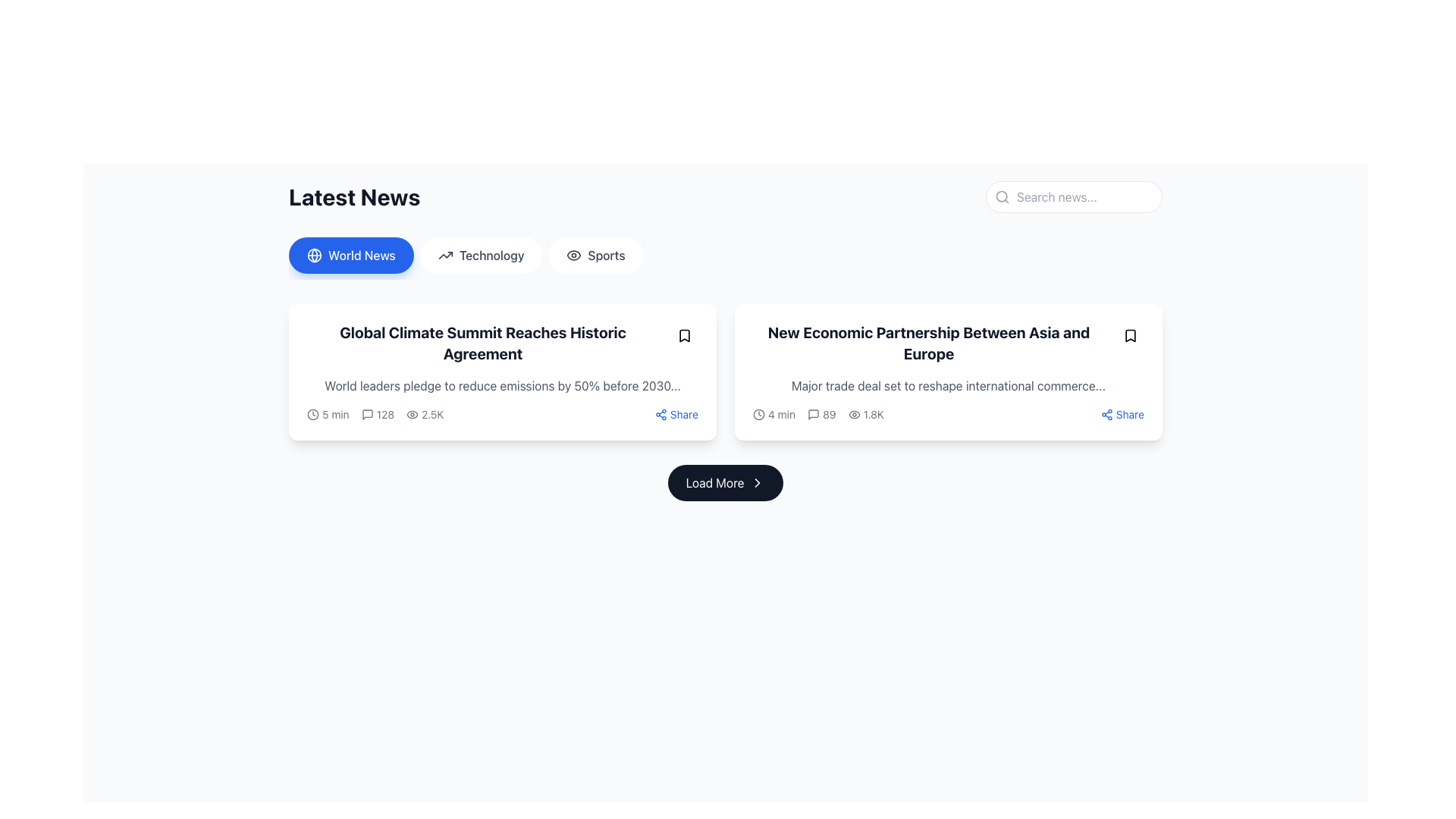  What do you see at coordinates (350, 254) in the screenshot?
I see `the 'World News' button, which is a rounded rectangular button with a blue background, white text, and a globe icon on the left, located at the top left of the page under the 'Latest News' heading` at bounding box center [350, 254].